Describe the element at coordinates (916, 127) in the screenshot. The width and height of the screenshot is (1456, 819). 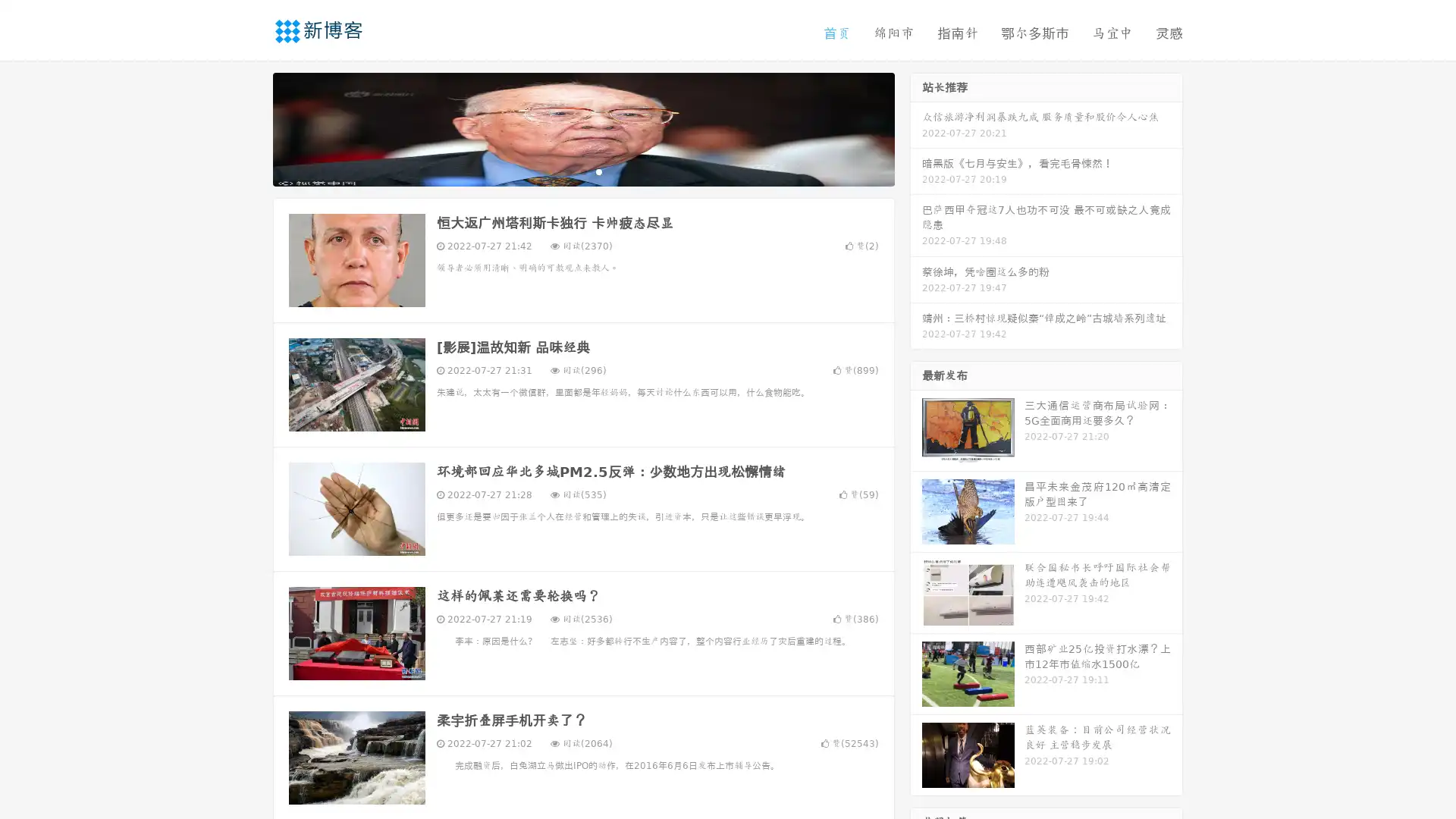
I see `Next slide` at that location.